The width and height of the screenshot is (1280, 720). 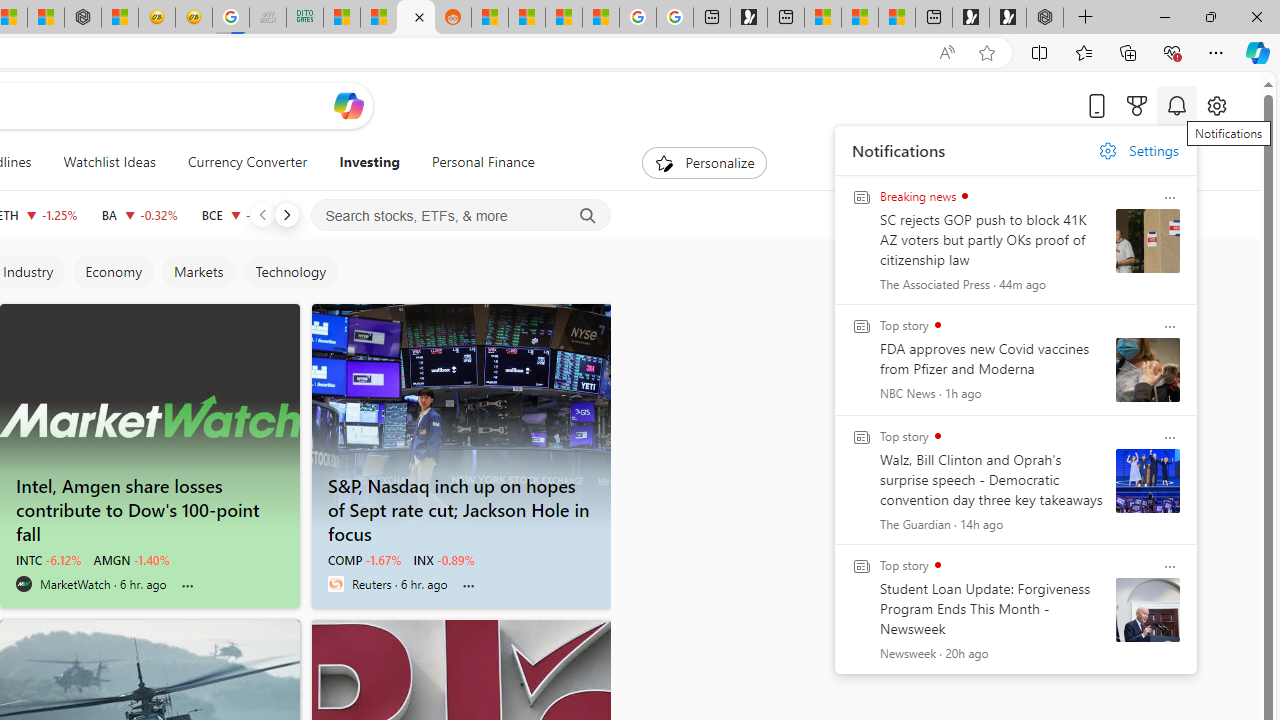 I want to click on 'Navy Quest', so click(x=266, y=17).